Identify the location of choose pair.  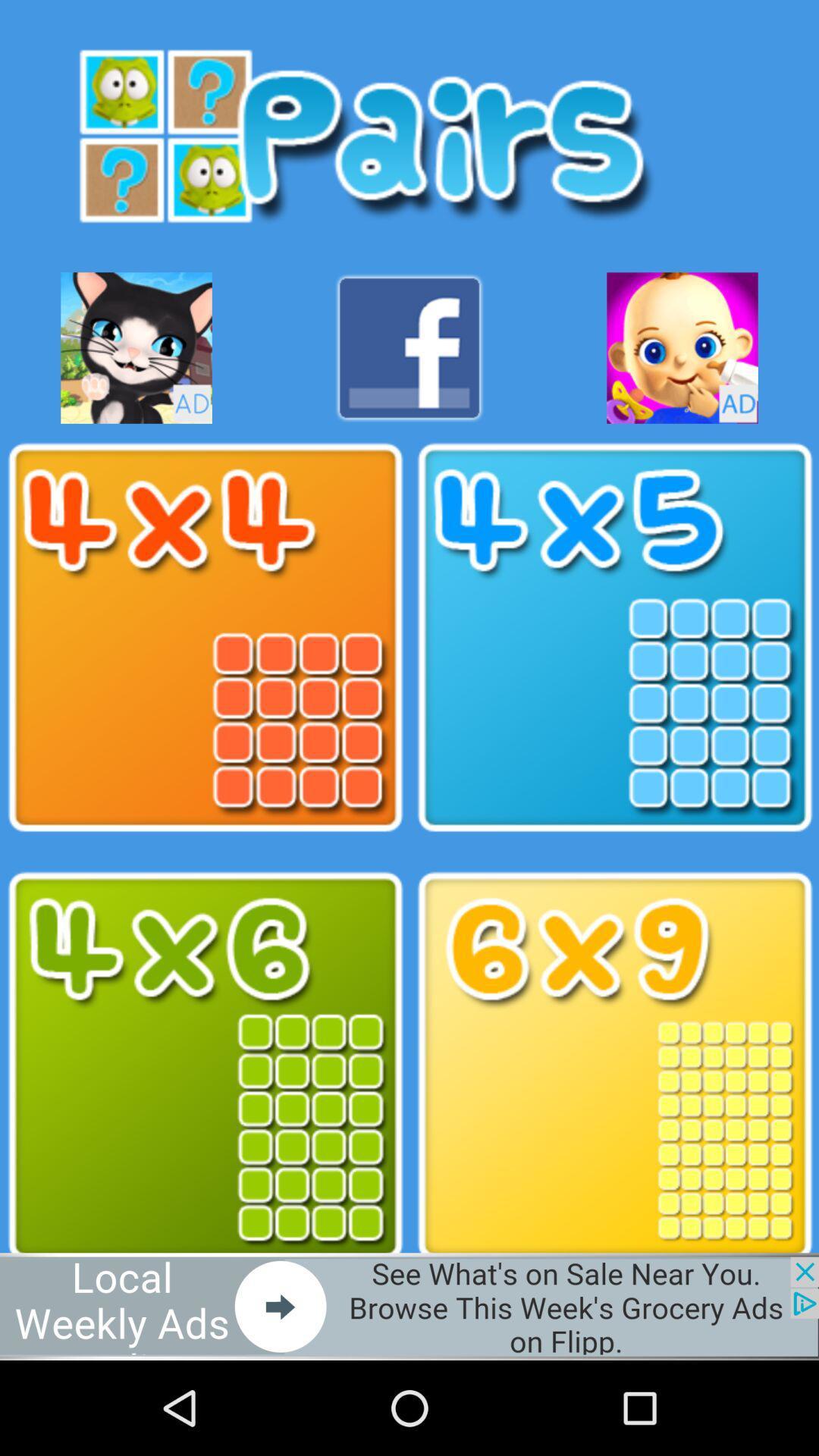
(205, 638).